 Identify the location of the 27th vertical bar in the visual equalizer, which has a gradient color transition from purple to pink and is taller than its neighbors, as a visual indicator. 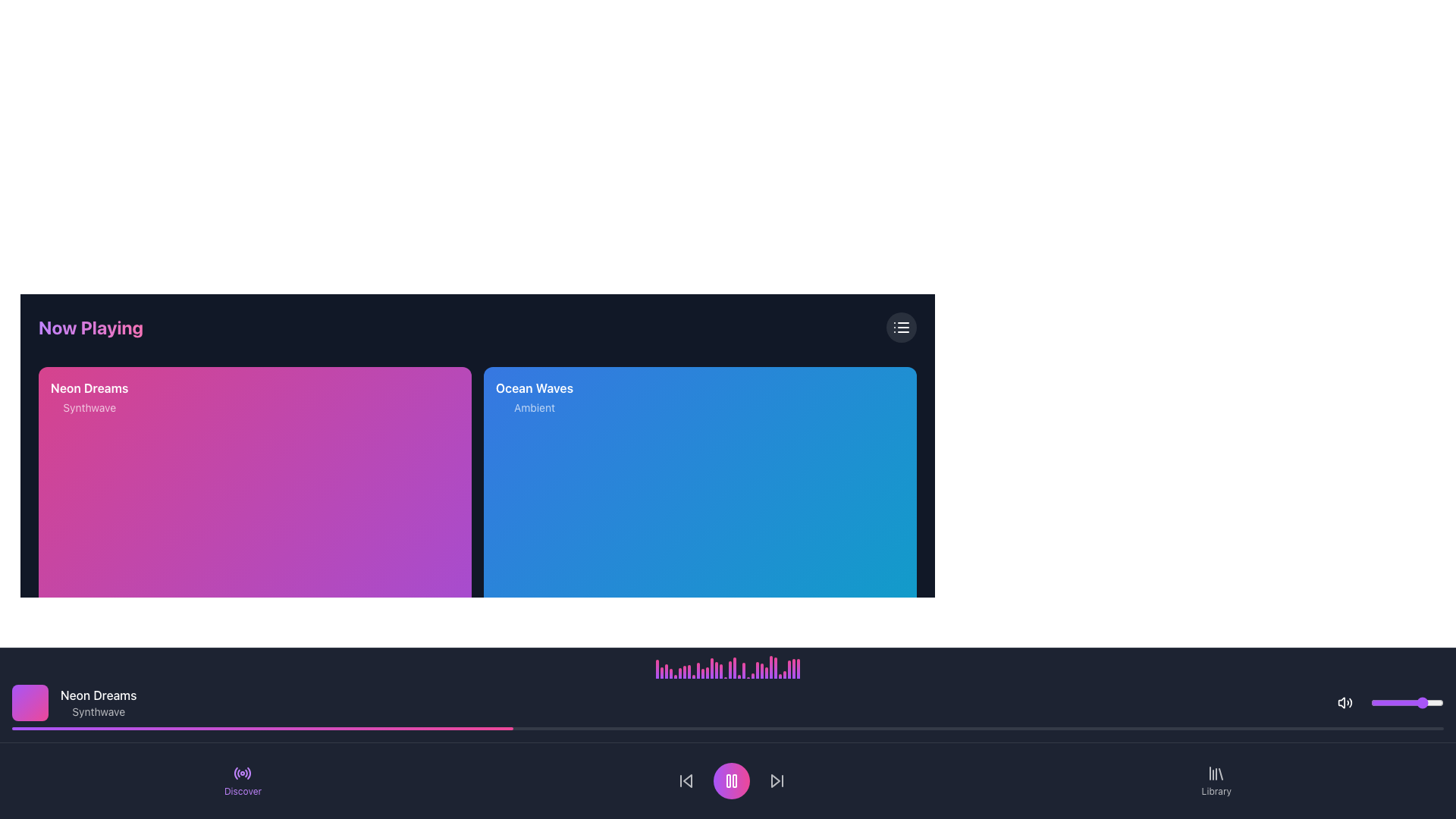
(767, 669).